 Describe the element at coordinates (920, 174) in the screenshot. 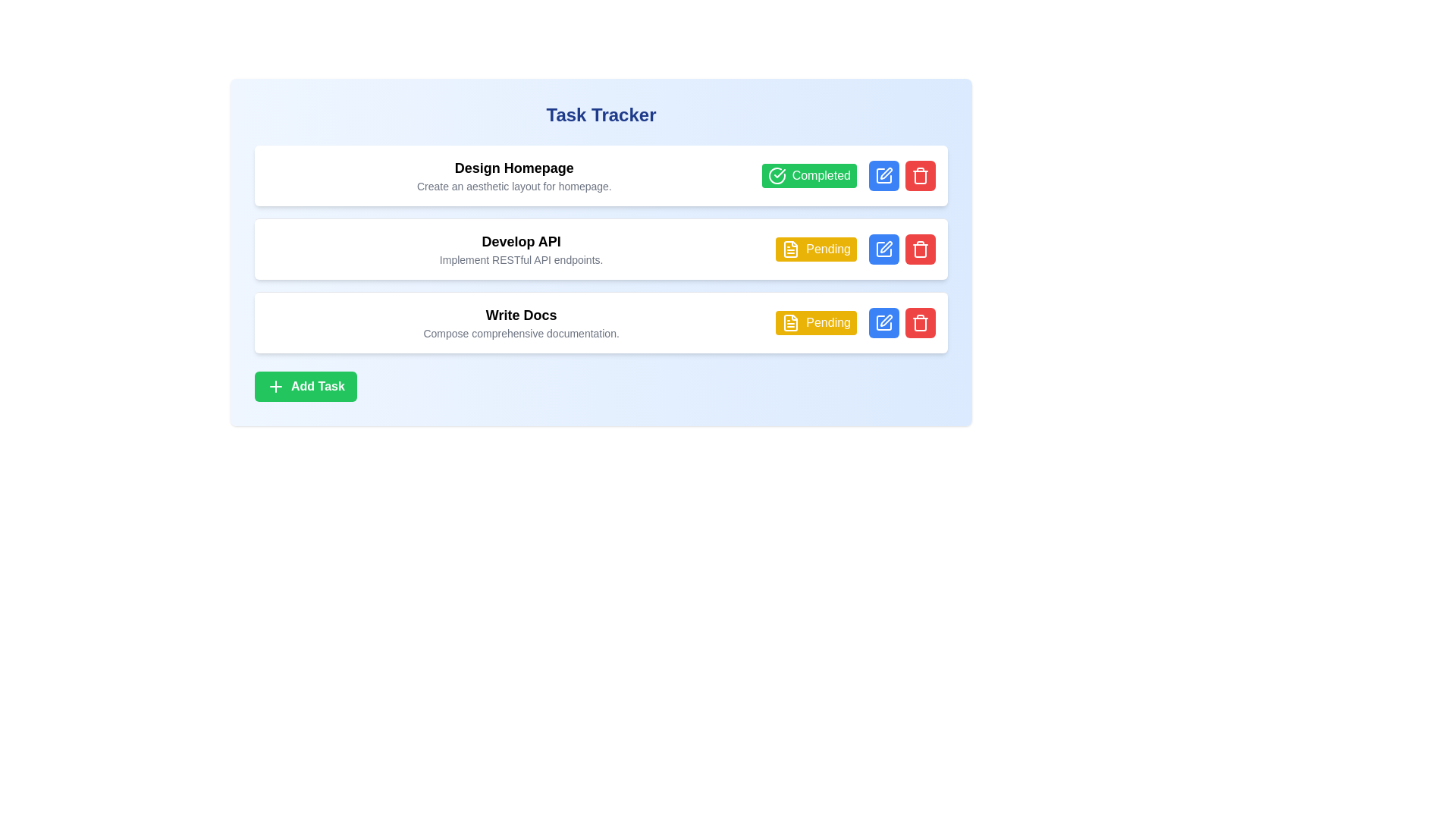

I see `the delete button icon for the 'Design Homepage' task in the 'Task Tracker' application` at that location.